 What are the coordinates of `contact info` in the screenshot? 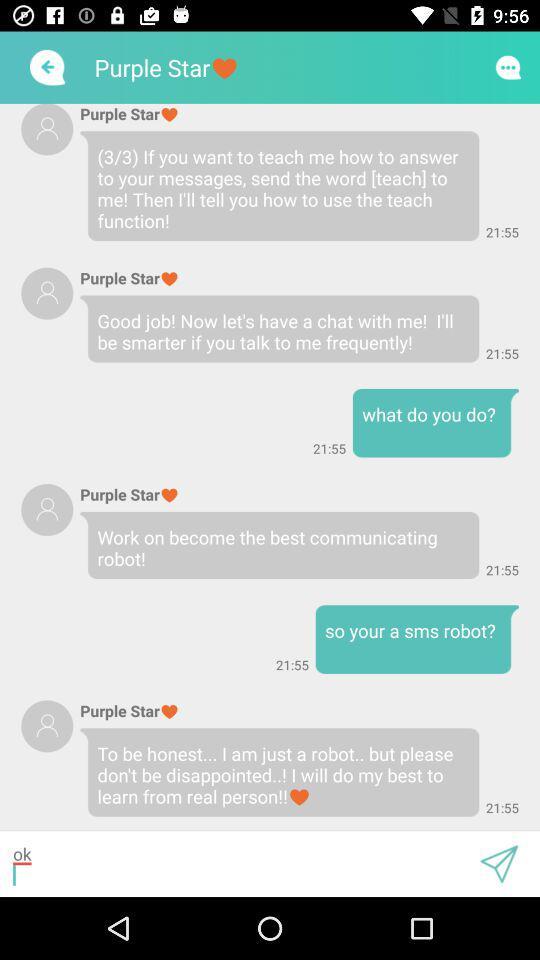 It's located at (47, 508).